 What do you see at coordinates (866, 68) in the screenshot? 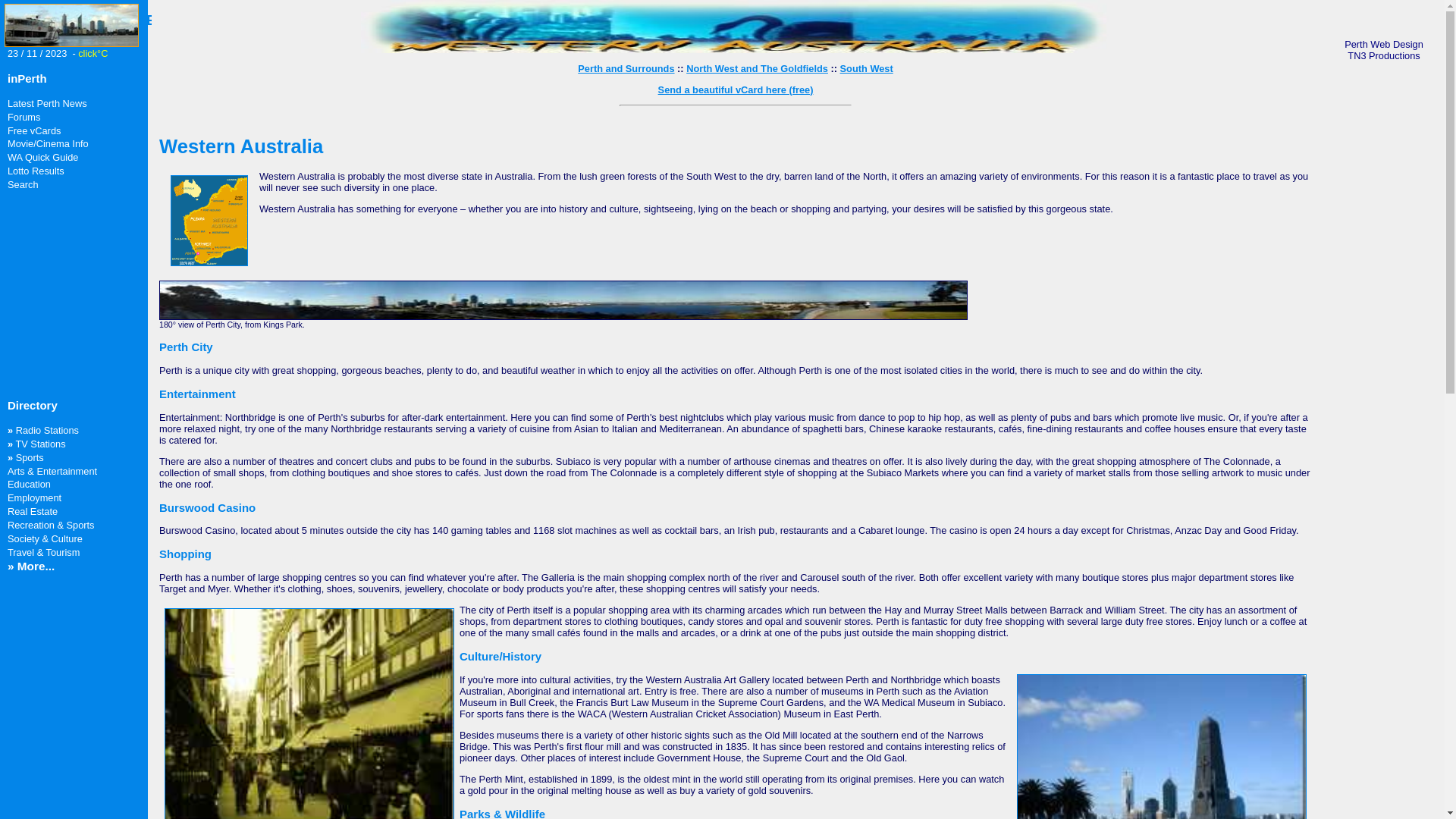
I see `'South West'` at bounding box center [866, 68].